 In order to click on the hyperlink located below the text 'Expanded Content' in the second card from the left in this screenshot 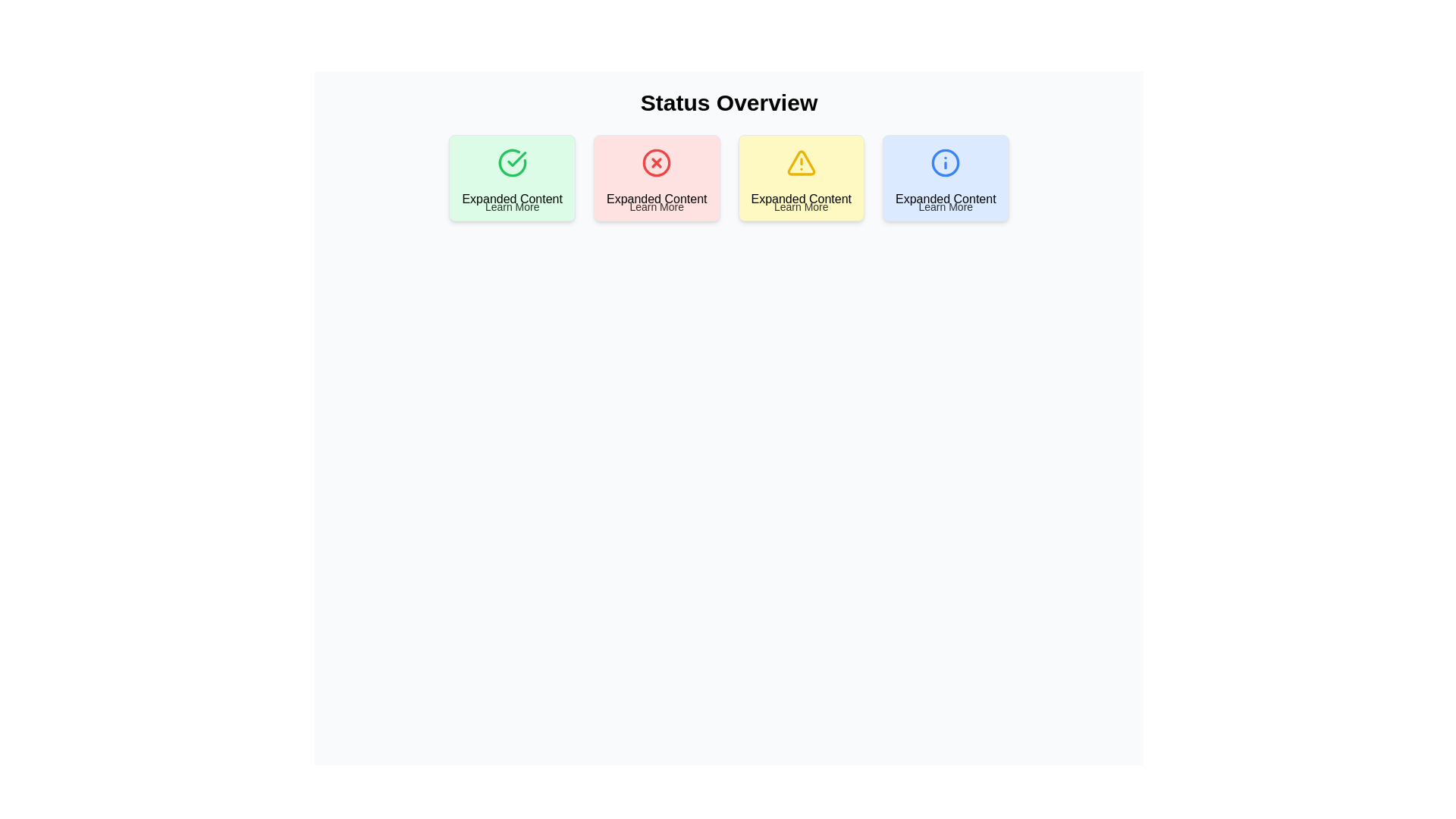, I will do `click(656, 207)`.